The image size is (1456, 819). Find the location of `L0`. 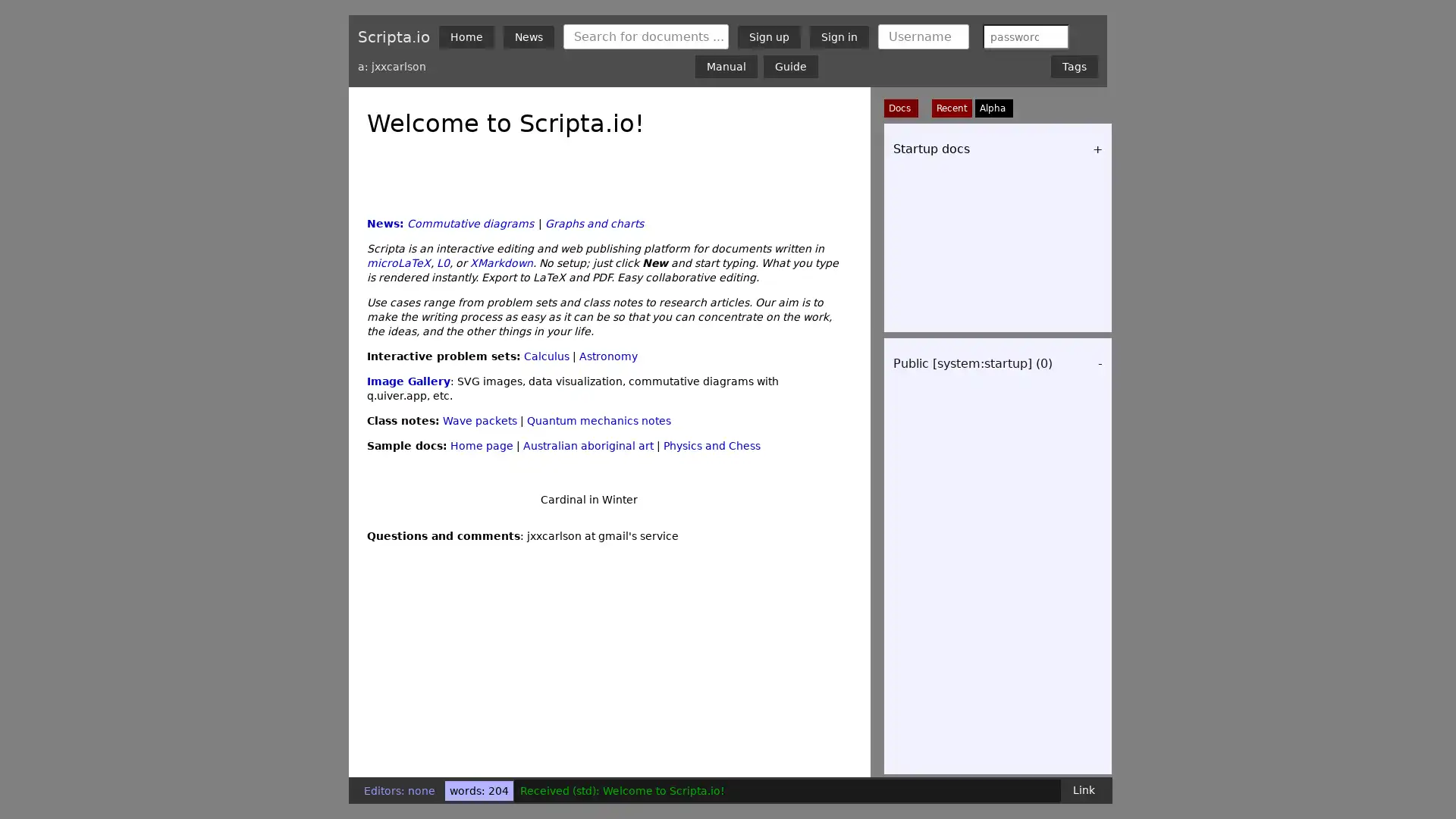

L0 is located at coordinates (442, 379).